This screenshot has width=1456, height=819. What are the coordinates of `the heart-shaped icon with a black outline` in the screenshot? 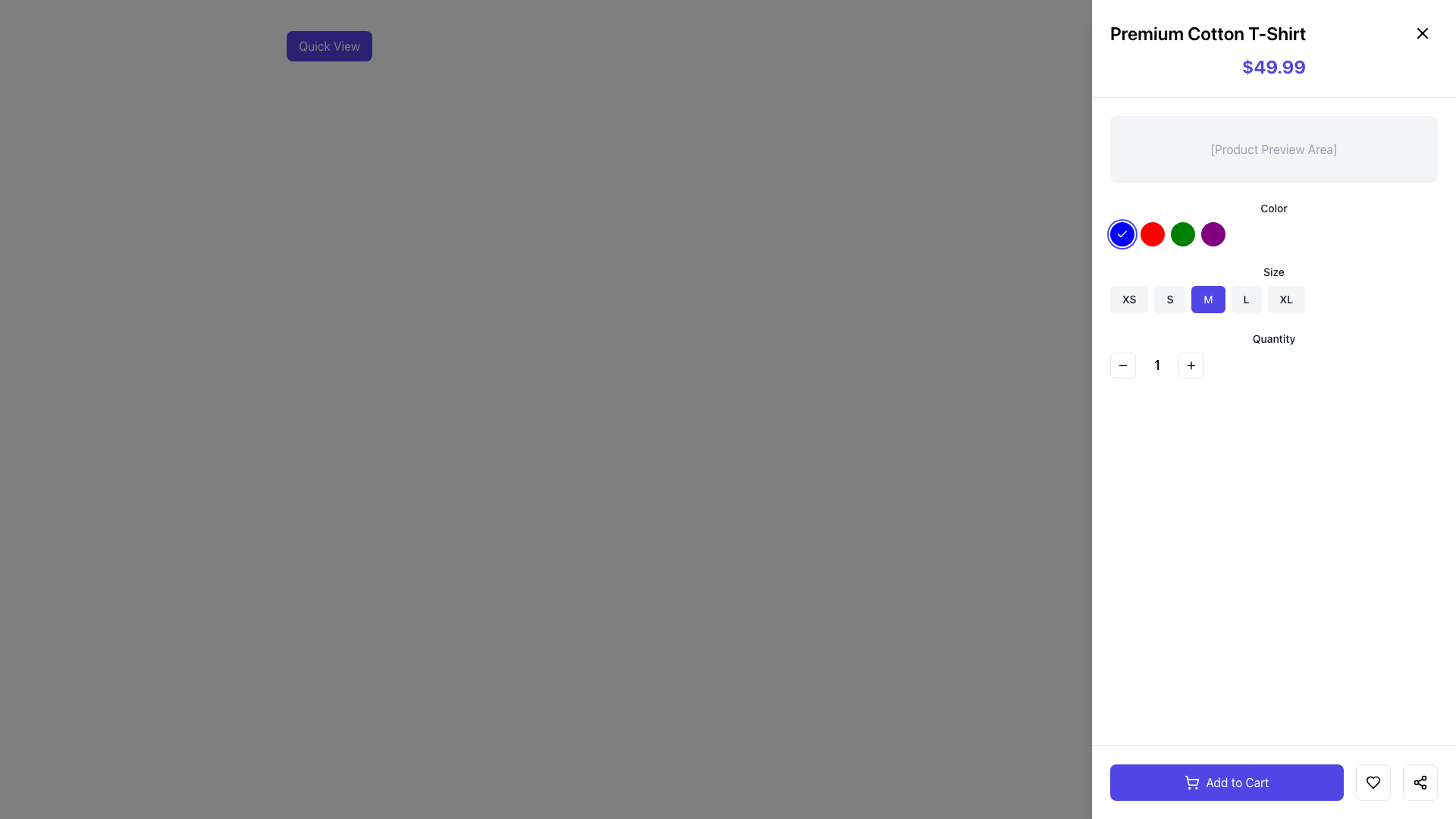 It's located at (1373, 783).